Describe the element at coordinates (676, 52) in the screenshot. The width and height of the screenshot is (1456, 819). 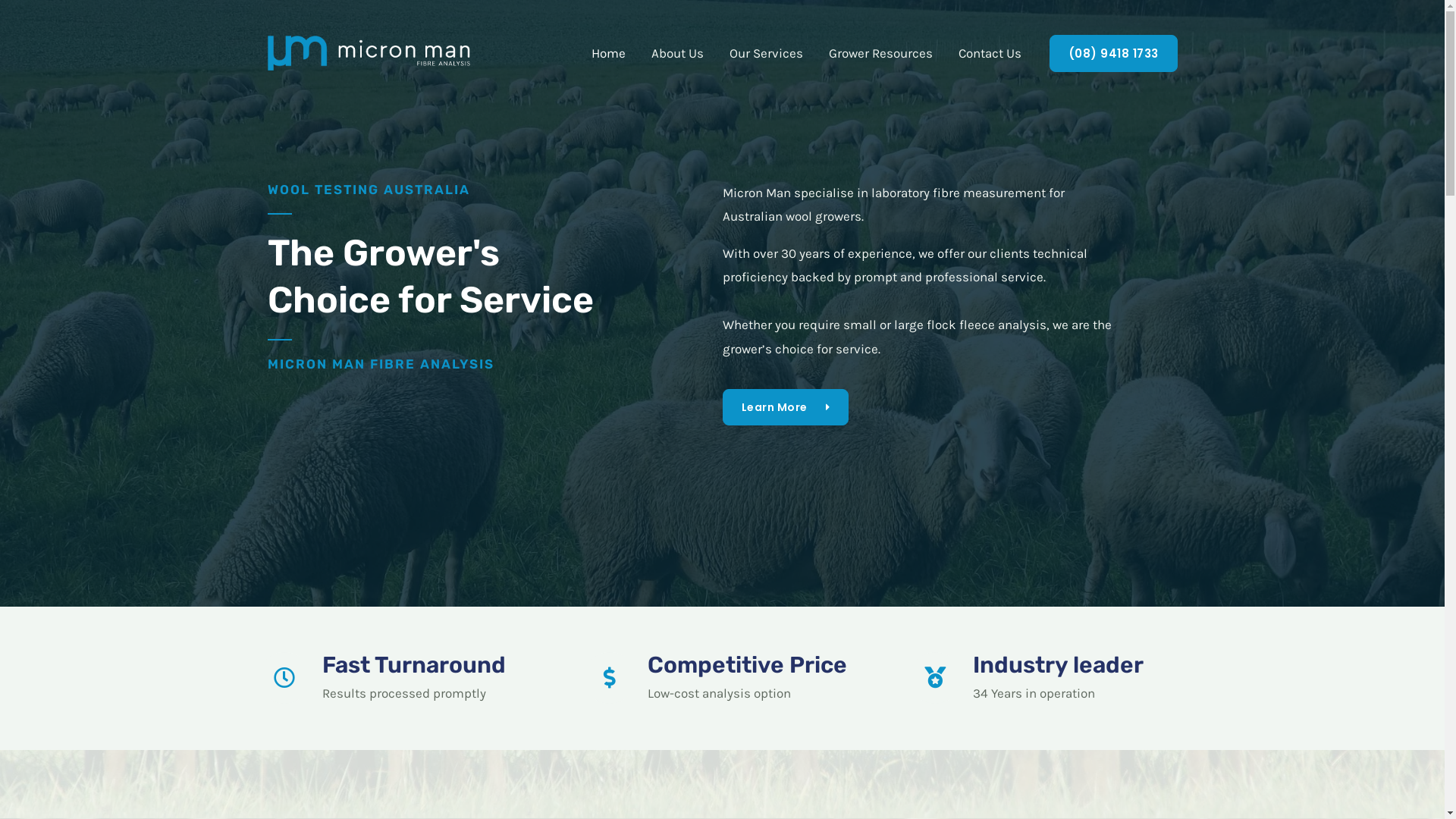
I see `'About Us'` at that location.